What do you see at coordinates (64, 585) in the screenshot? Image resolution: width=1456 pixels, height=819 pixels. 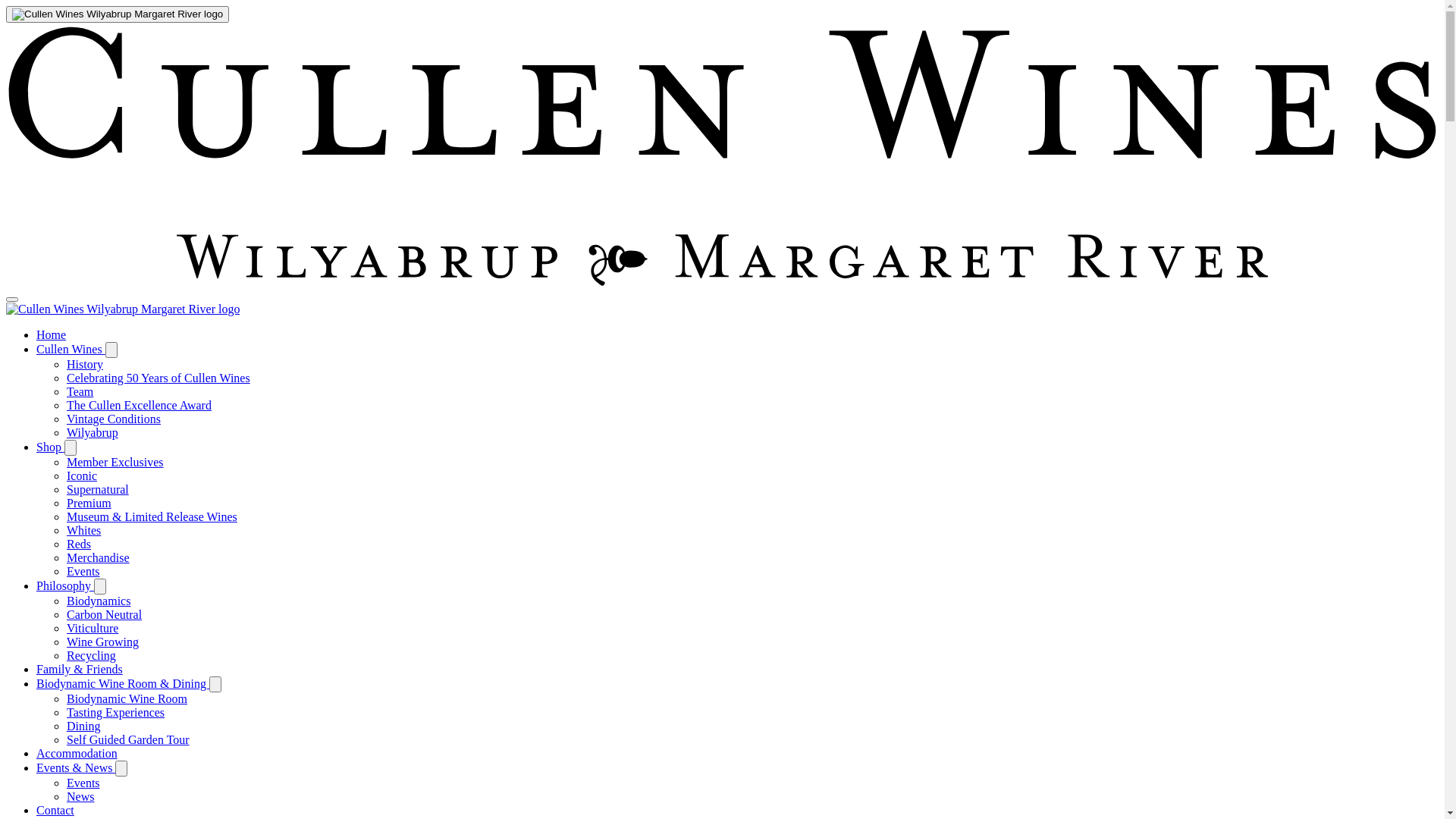 I see `'Philosophy'` at bounding box center [64, 585].